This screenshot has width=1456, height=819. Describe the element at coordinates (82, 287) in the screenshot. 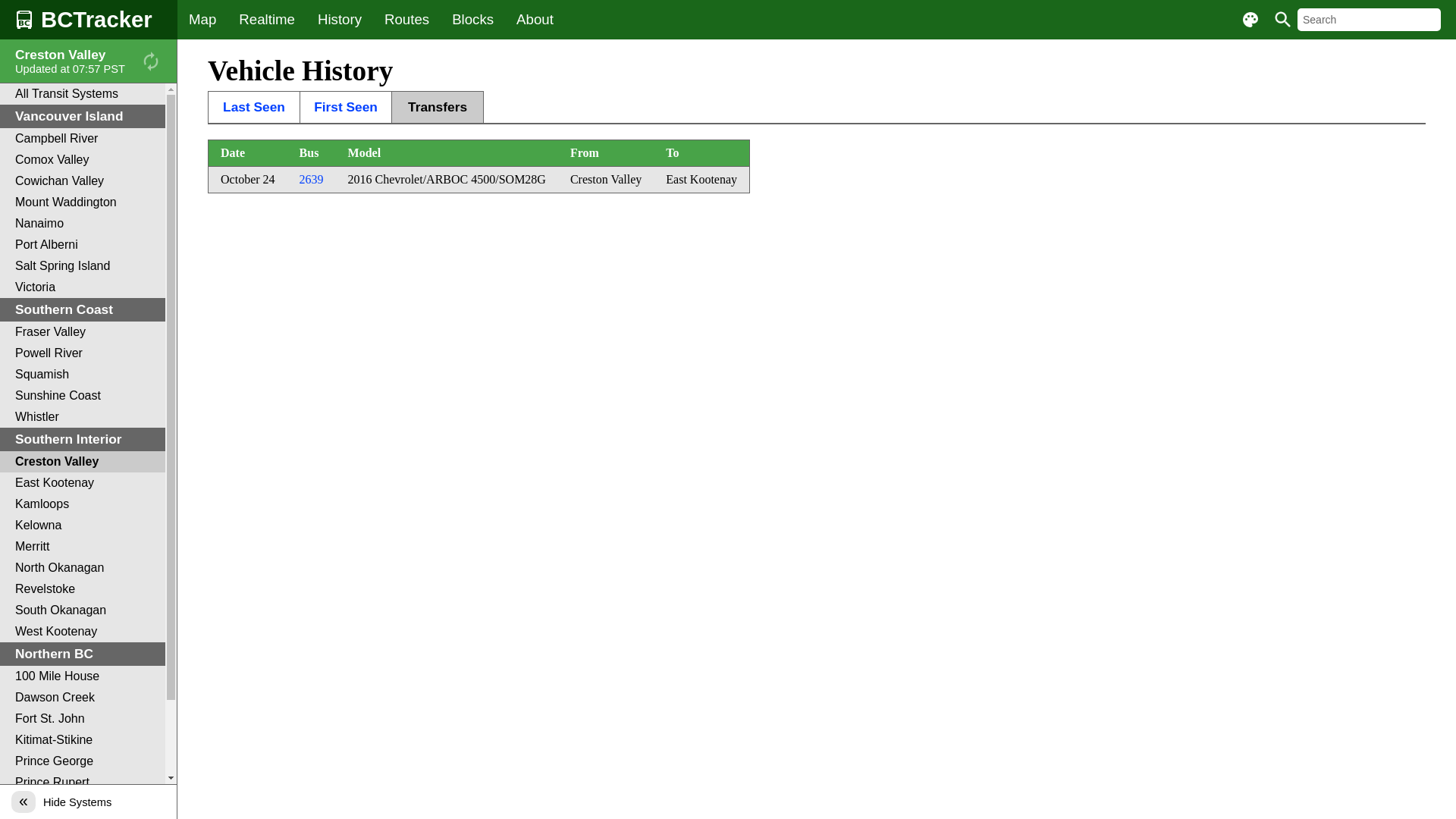

I see `'Victoria'` at that location.